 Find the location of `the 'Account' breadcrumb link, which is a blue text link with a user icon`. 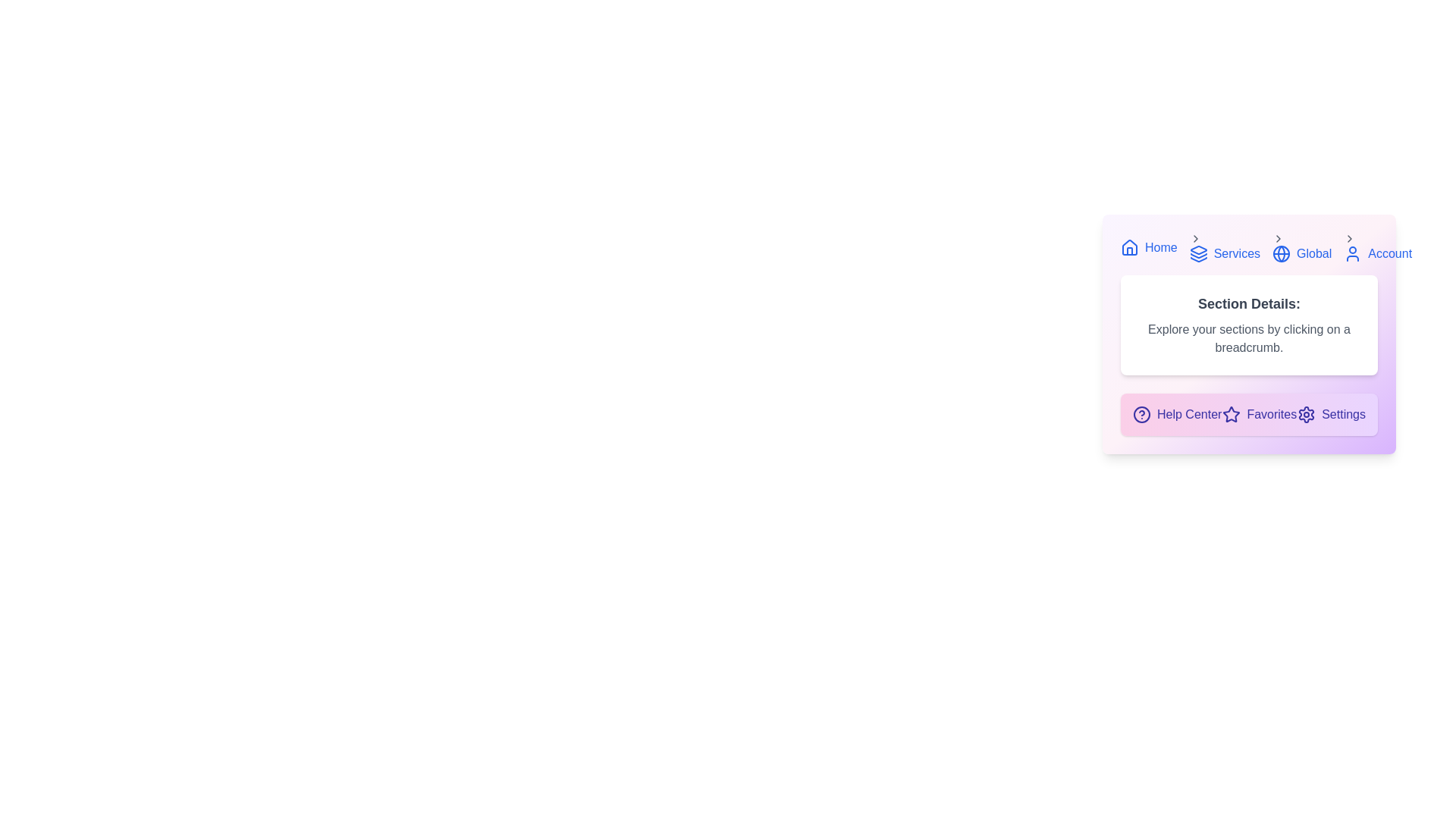

the 'Account' breadcrumb link, which is a blue text link with a user icon is located at coordinates (1378, 253).